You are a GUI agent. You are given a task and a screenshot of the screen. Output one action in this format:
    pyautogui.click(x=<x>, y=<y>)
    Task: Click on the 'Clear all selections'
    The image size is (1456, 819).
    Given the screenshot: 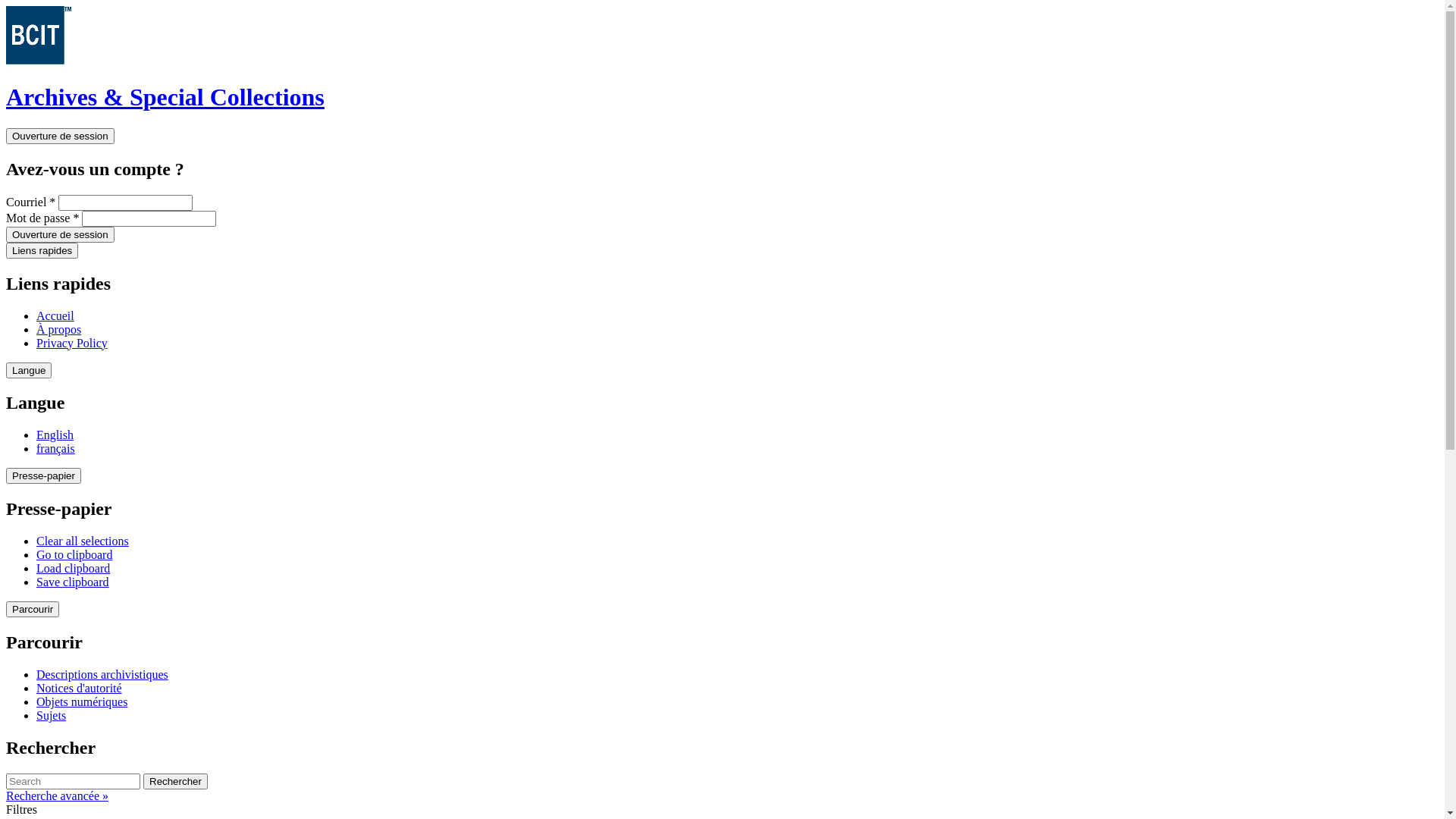 What is the action you would take?
    pyautogui.click(x=82, y=540)
    